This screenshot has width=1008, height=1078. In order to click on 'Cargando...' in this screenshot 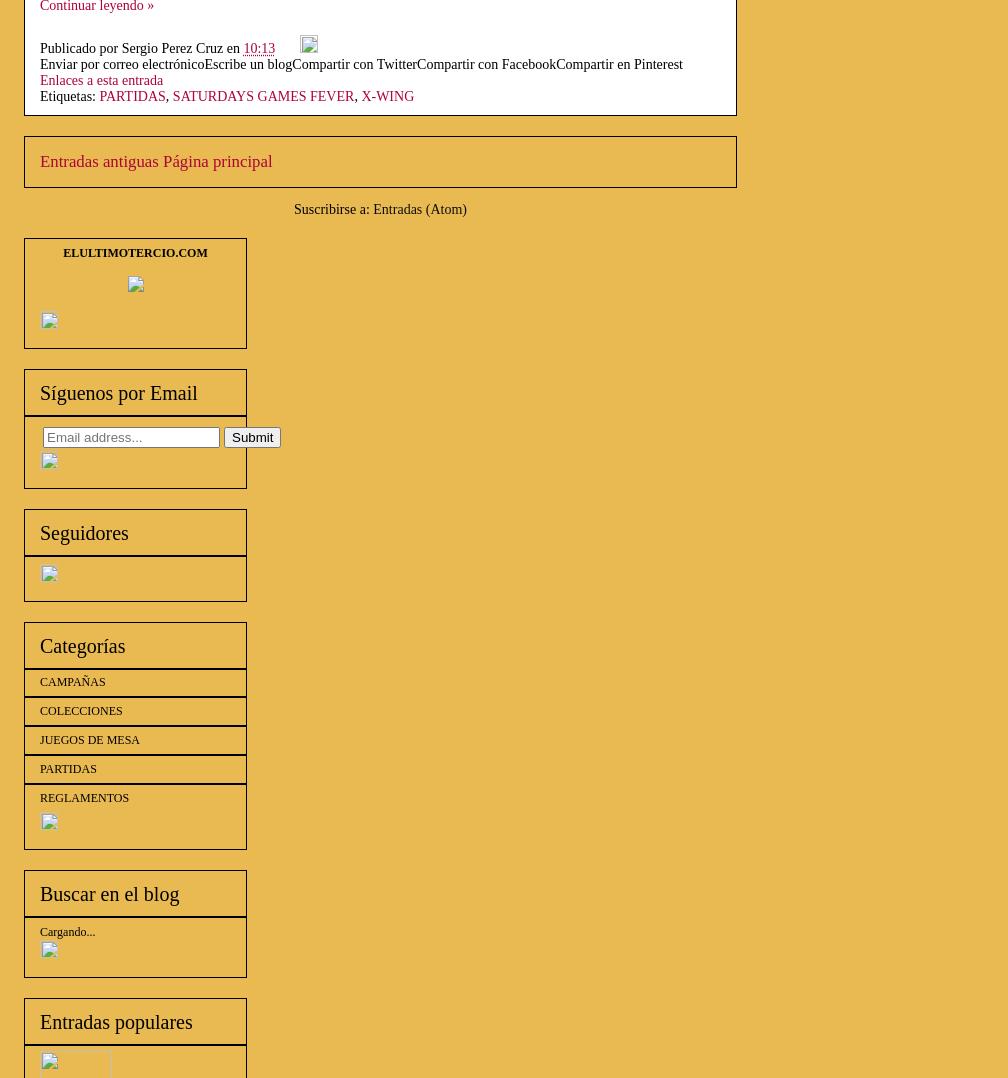, I will do `click(40, 931)`.